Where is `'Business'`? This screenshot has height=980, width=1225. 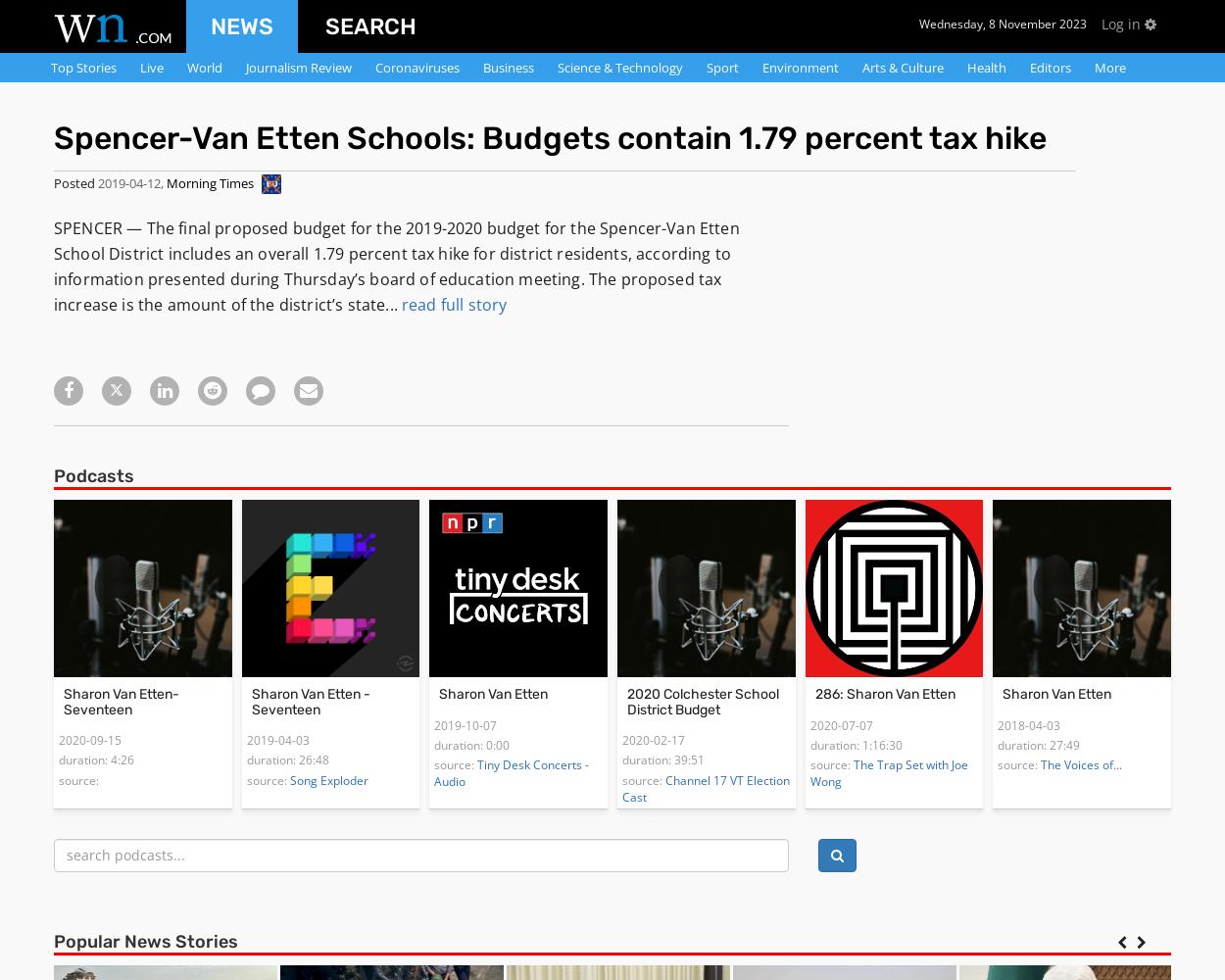 'Business' is located at coordinates (509, 67).